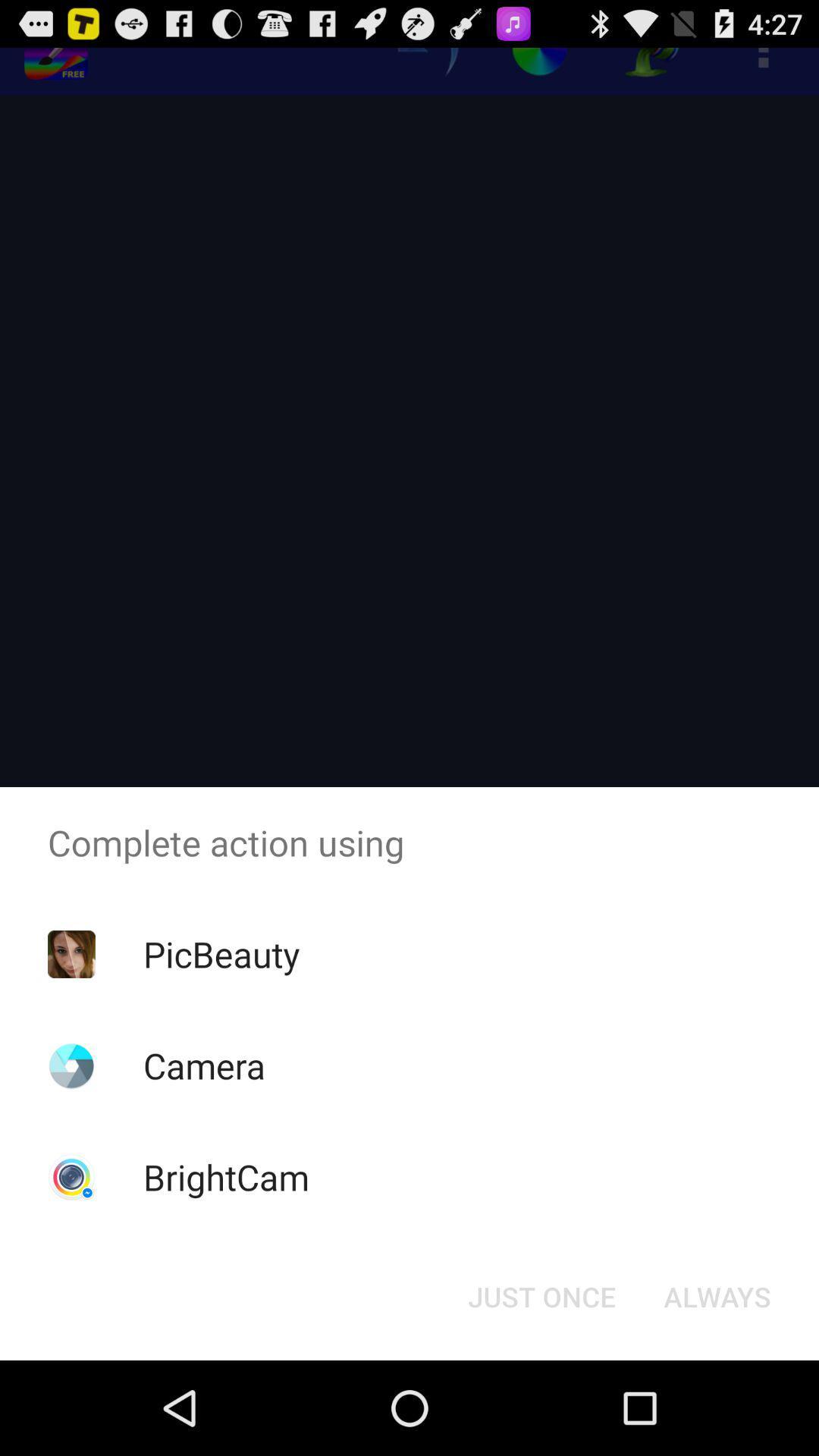 Image resolution: width=819 pixels, height=1456 pixels. Describe the element at coordinates (541, 1295) in the screenshot. I see `the item to the left of always icon` at that location.